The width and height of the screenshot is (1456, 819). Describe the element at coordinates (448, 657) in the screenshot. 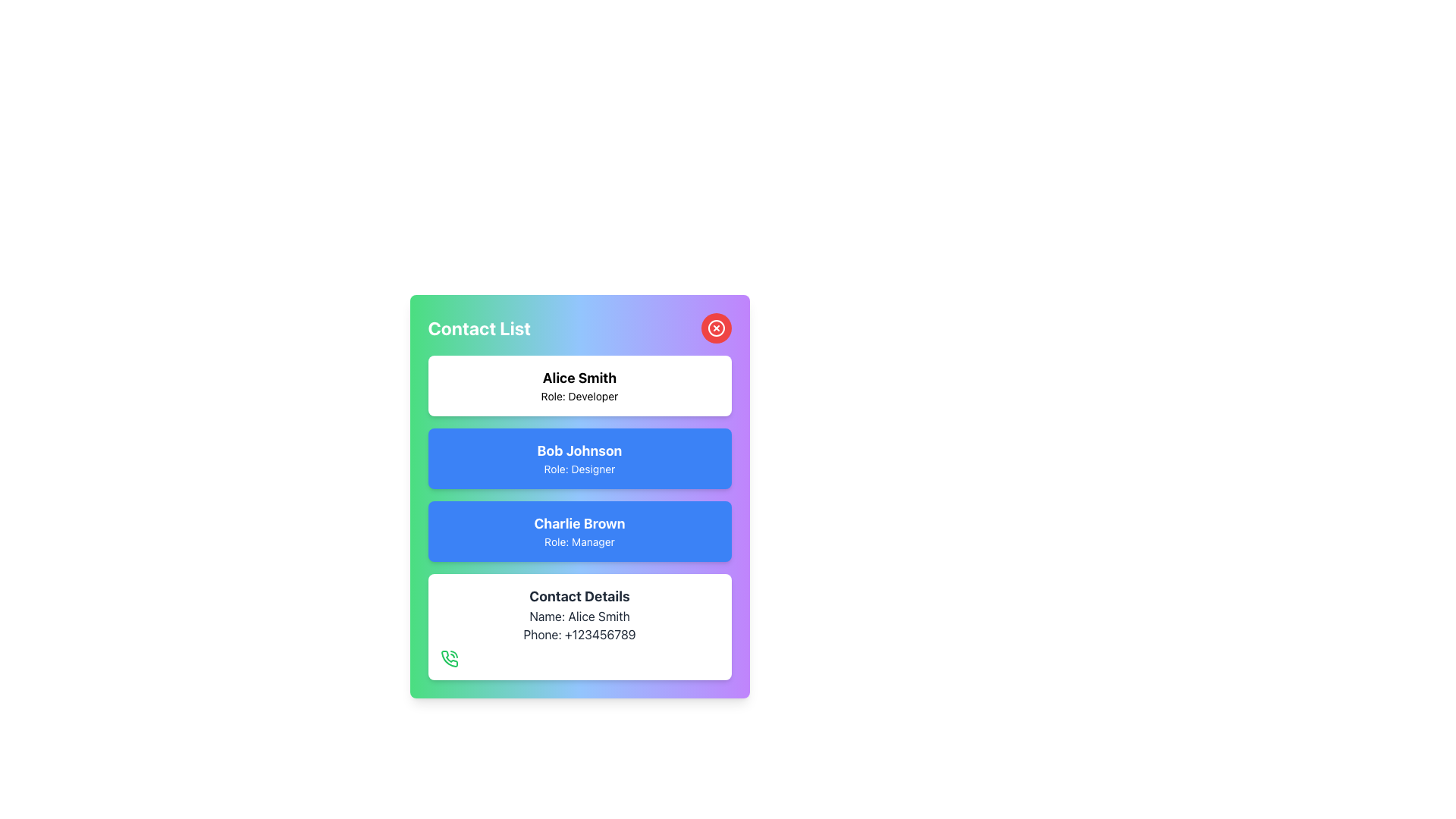

I see `the phone call icon located at the bottom-left corner of the 'Contact Details' section to initiate the call action` at that location.